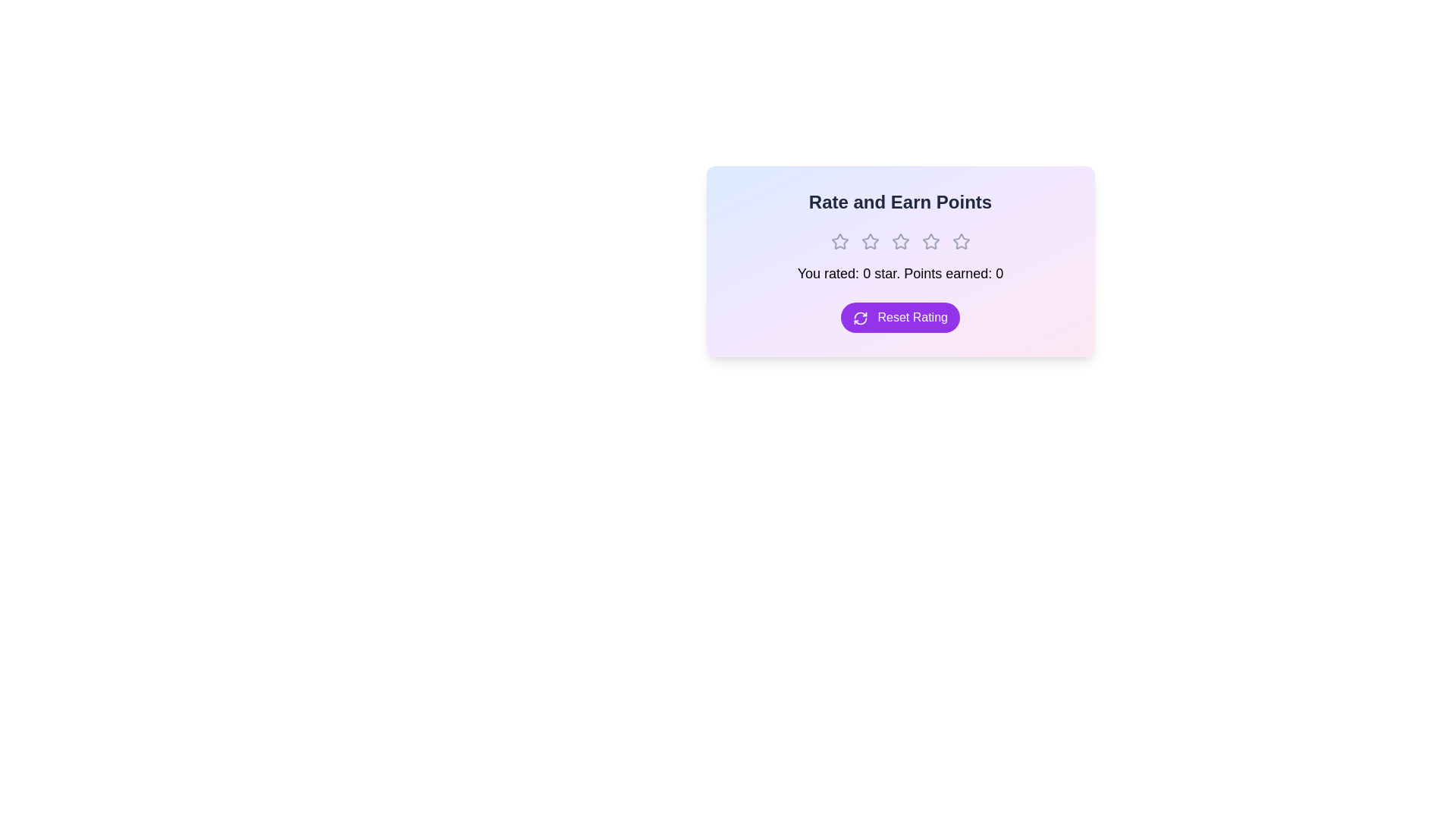  I want to click on the rating to 2 stars by clicking on the corresponding star, so click(870, 241).